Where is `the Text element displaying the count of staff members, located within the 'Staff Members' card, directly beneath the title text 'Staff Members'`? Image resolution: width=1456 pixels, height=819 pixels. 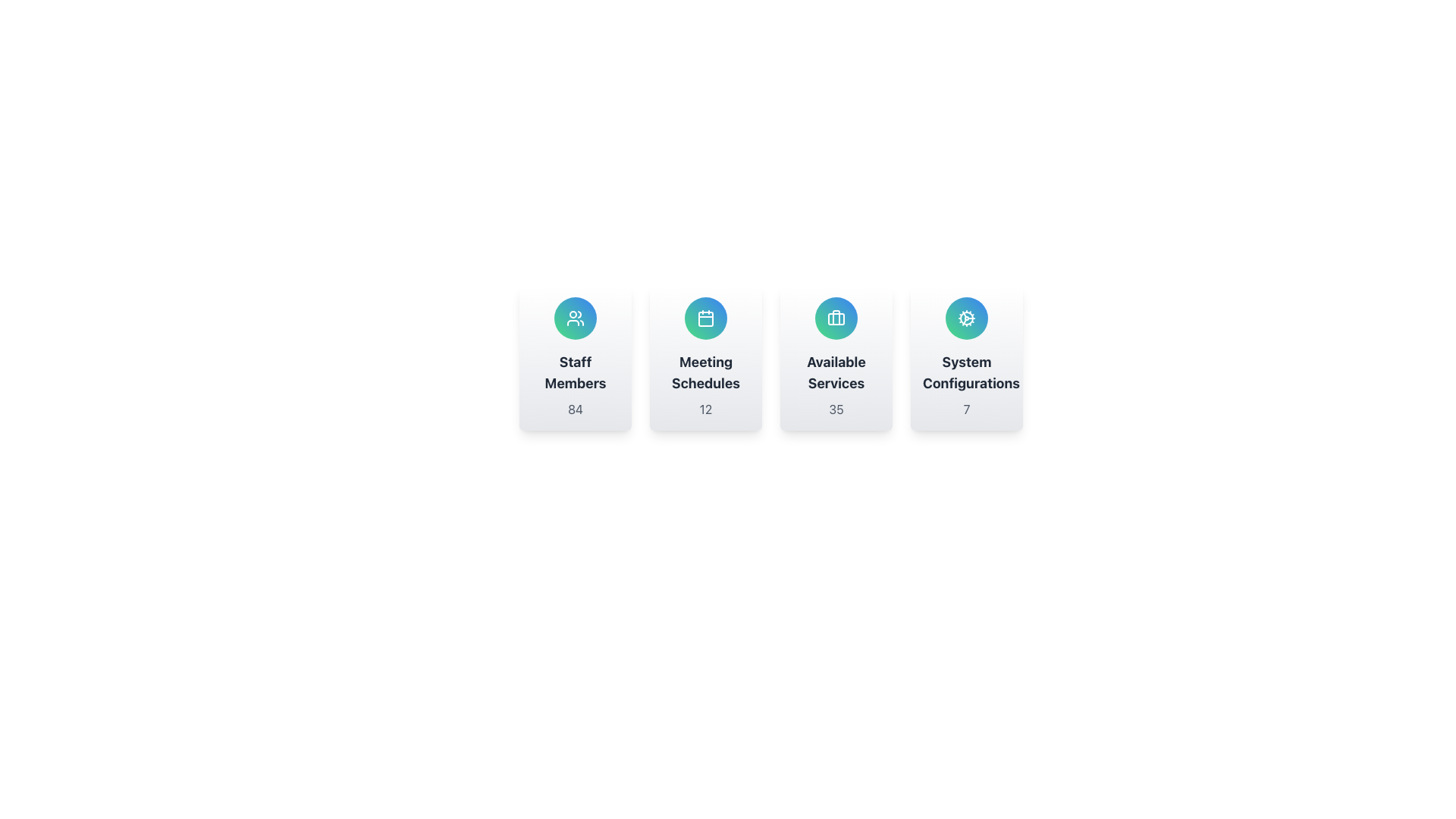 the Text element displaying the count of staff members, located within the 'Staff Members' card, directly beneath the title text 'Staff Members' is located at coordinates (574, 409).